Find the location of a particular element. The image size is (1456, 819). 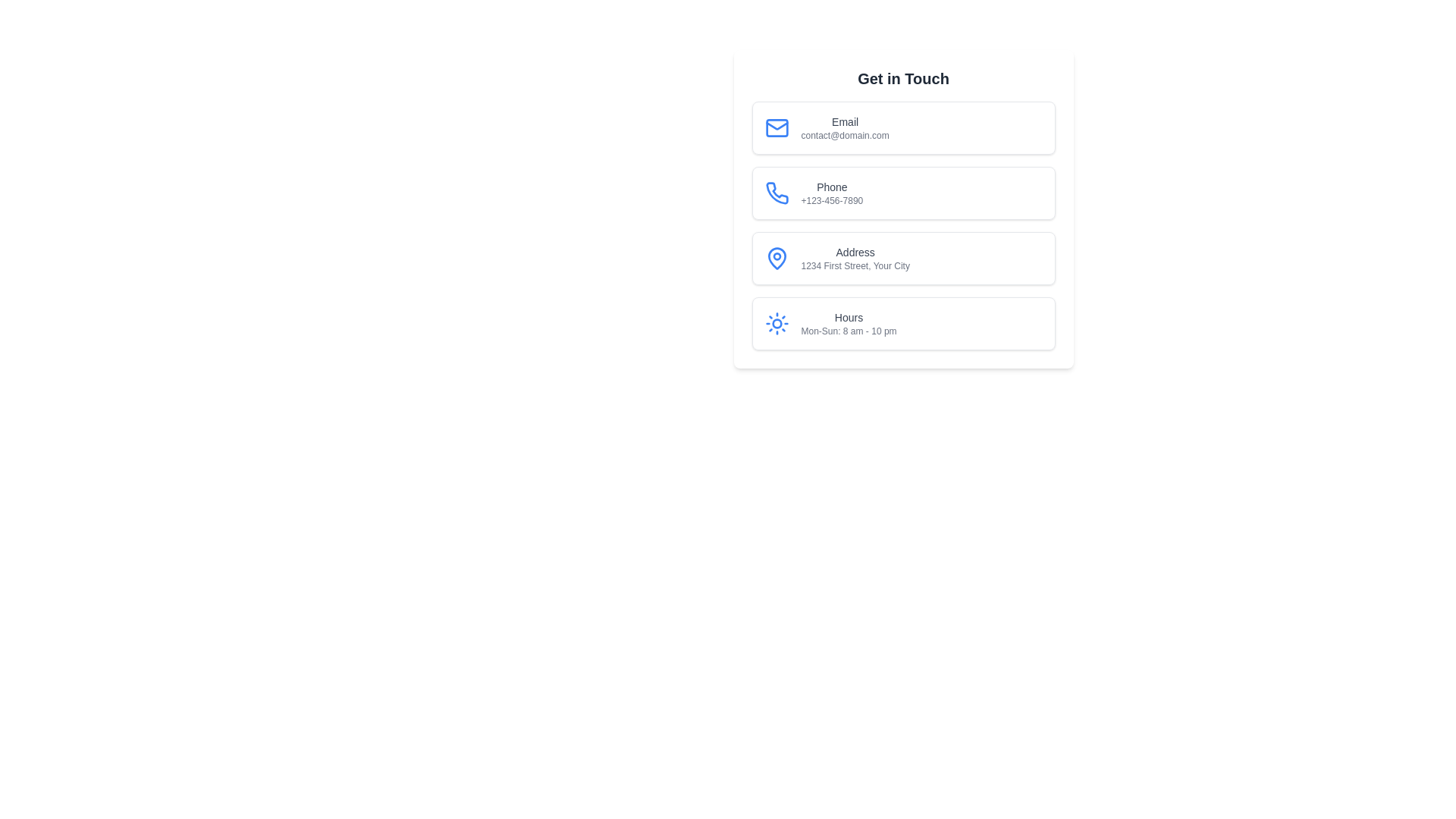

the prominent heading 'Get in Touch' styled with large, bold typography and dark gray color located at the top of the contact information card is located at coordinates (903, 79).